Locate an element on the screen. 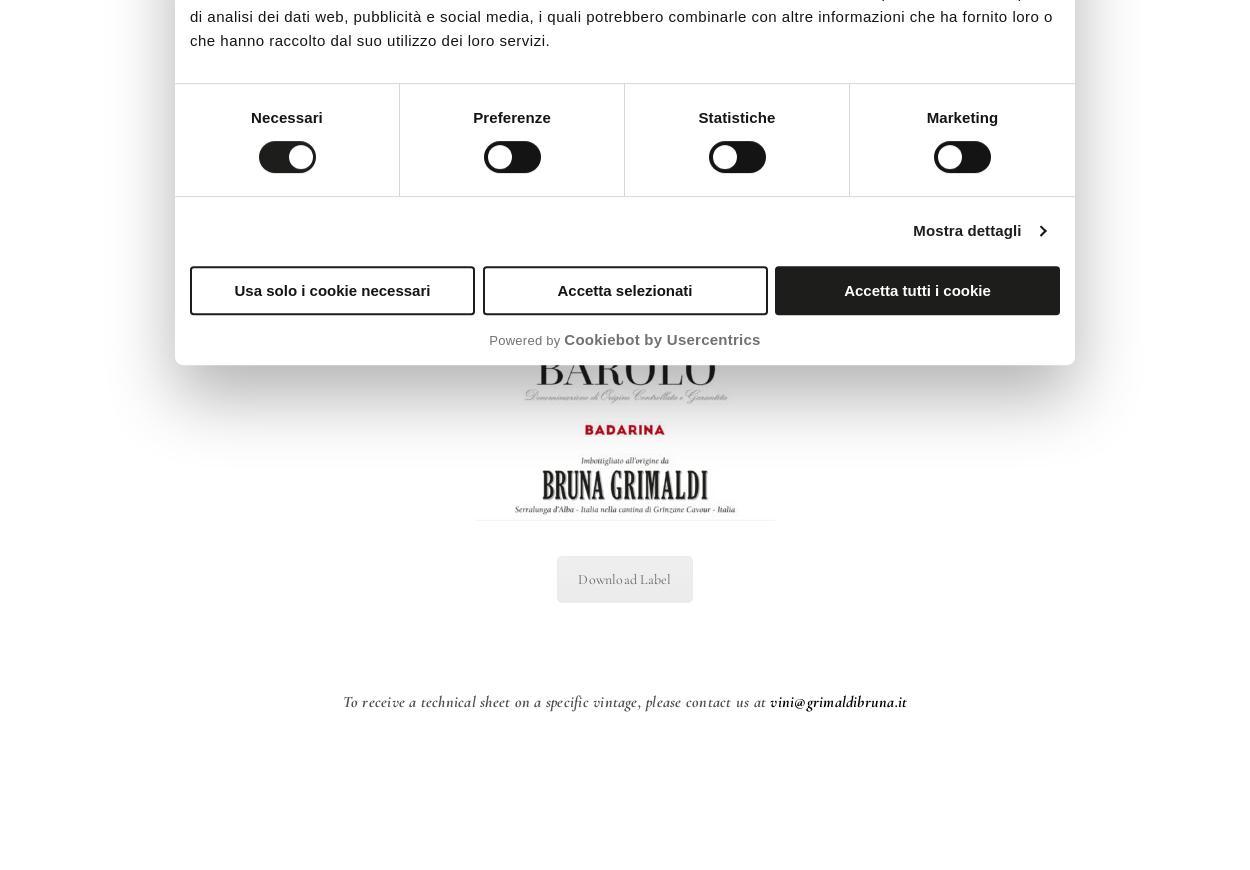 This screenshot has width=1250, height=870. 'Accetta tutti i cookie' is located at coordinates (917, 289).